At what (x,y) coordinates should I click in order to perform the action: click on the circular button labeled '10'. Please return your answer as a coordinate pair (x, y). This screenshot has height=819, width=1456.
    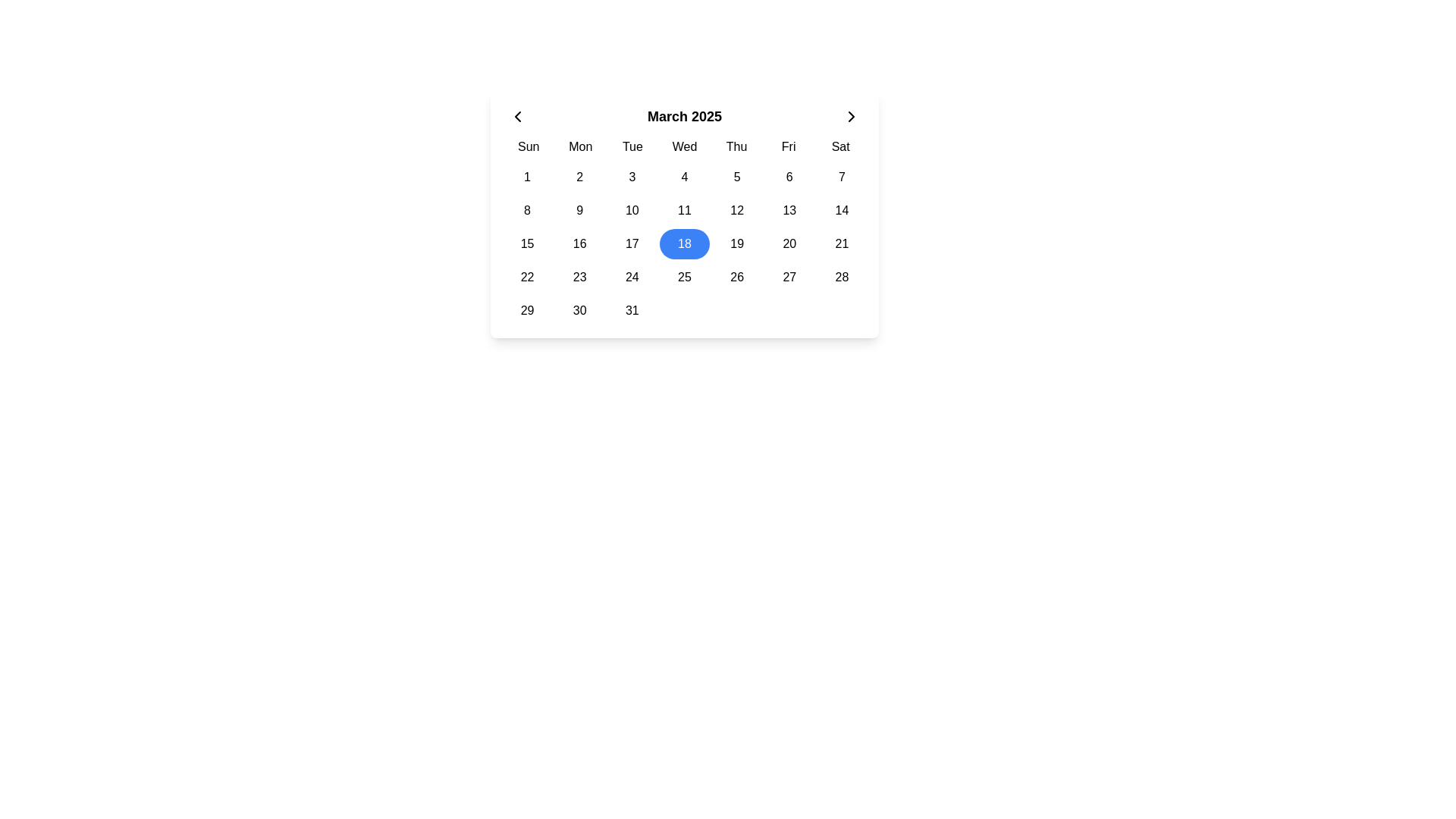
    Looking at the image, I should click on (632, 210).